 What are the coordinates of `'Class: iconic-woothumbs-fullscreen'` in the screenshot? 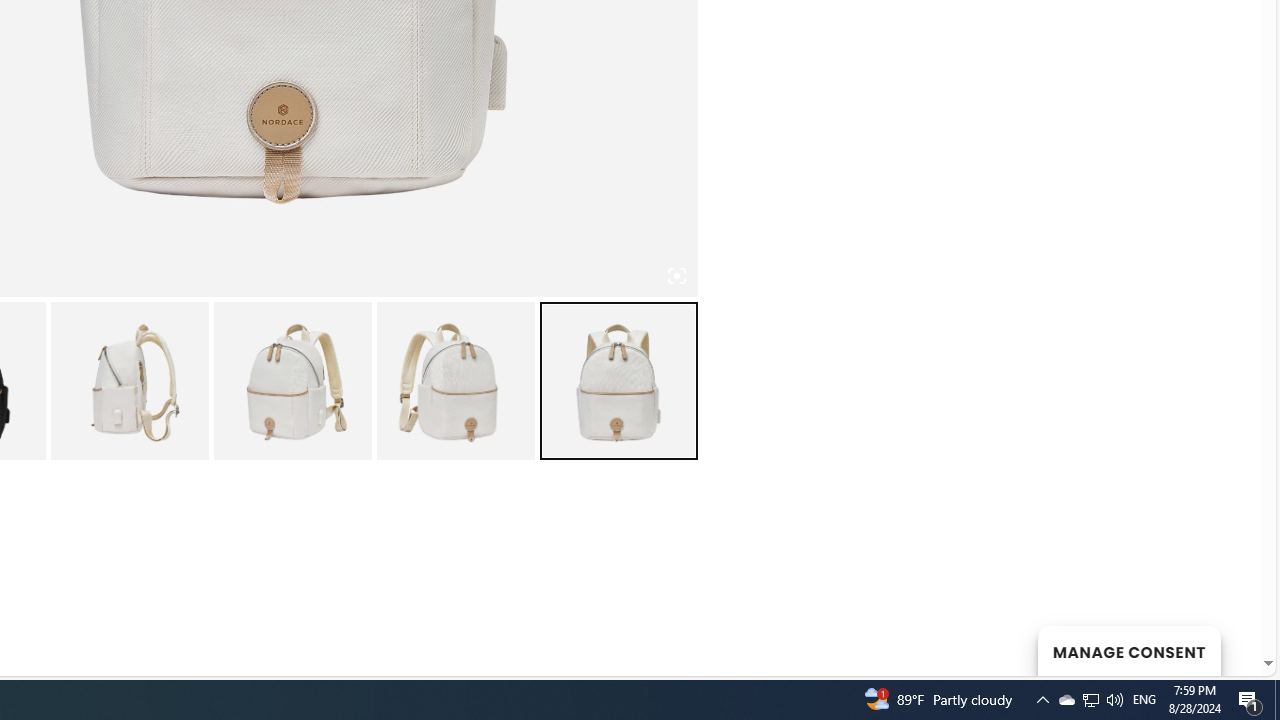 It's located at (676, 276).